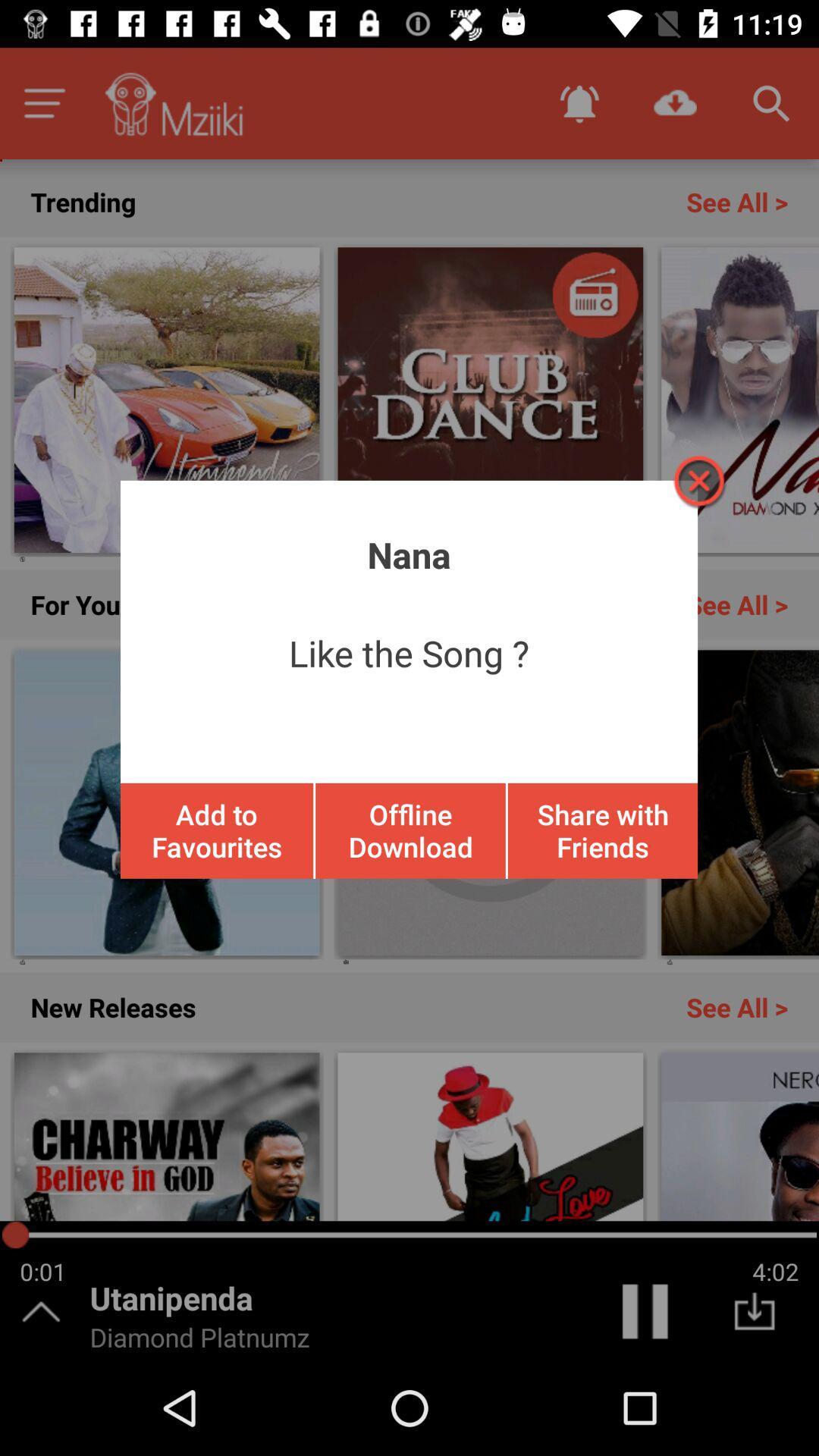  Describe the element at coordinates (698, 480) in the screenshot. I see `the app to the right of the nana app` at that location.